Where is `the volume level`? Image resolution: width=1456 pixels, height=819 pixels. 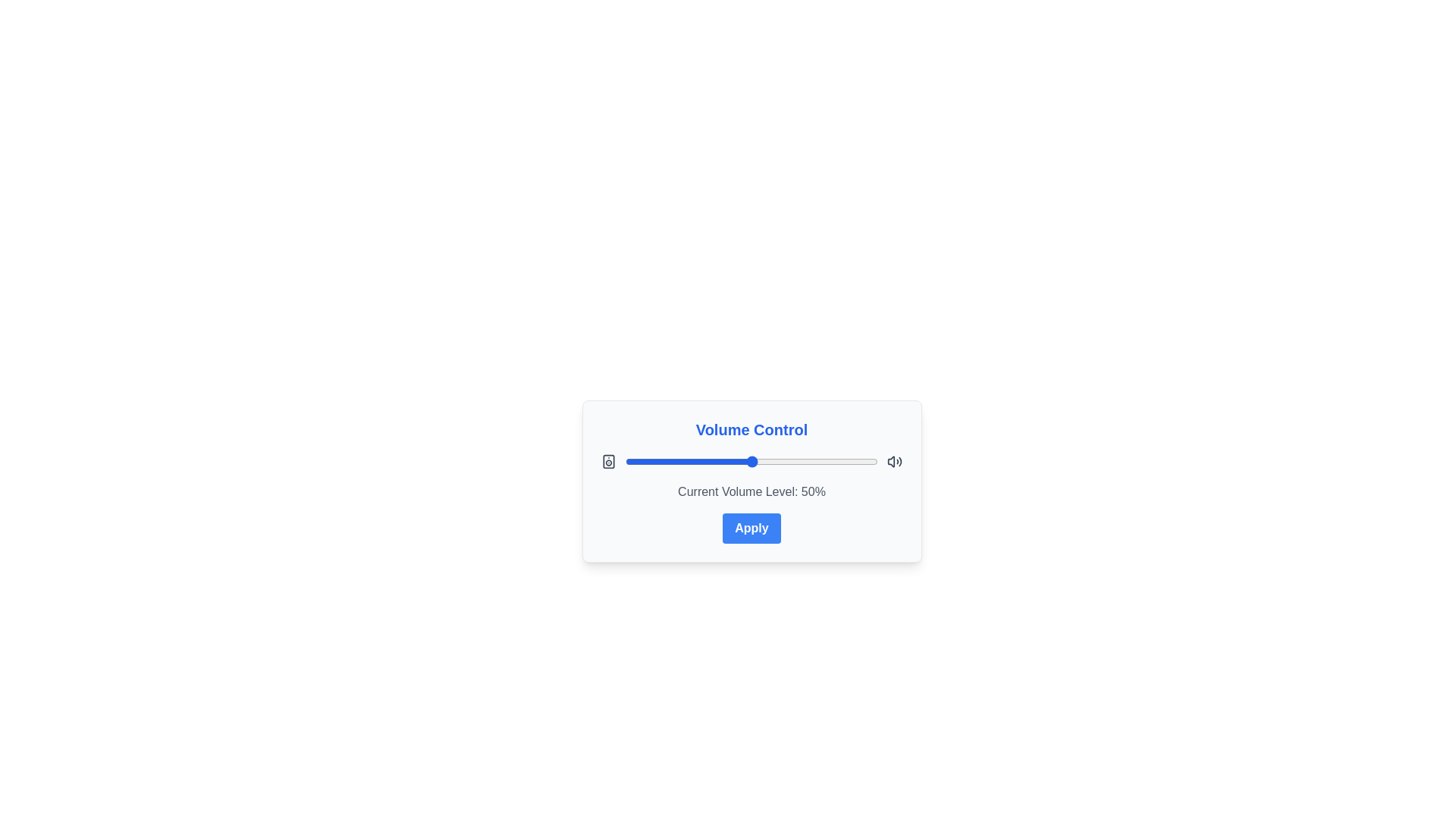
the volume level is located at coordinates (774, 461).